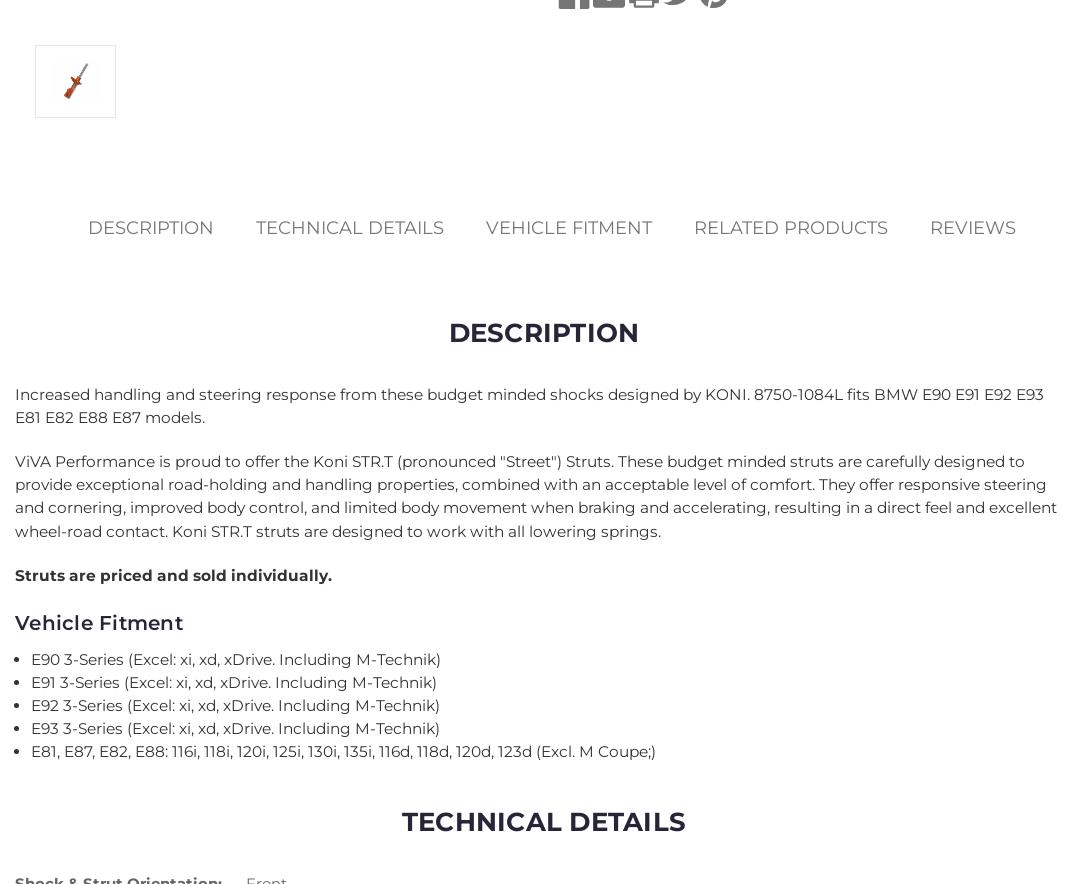 The width and height of the screenshot is (1088, 884). I want to click on 'Description', so click(150, 227).